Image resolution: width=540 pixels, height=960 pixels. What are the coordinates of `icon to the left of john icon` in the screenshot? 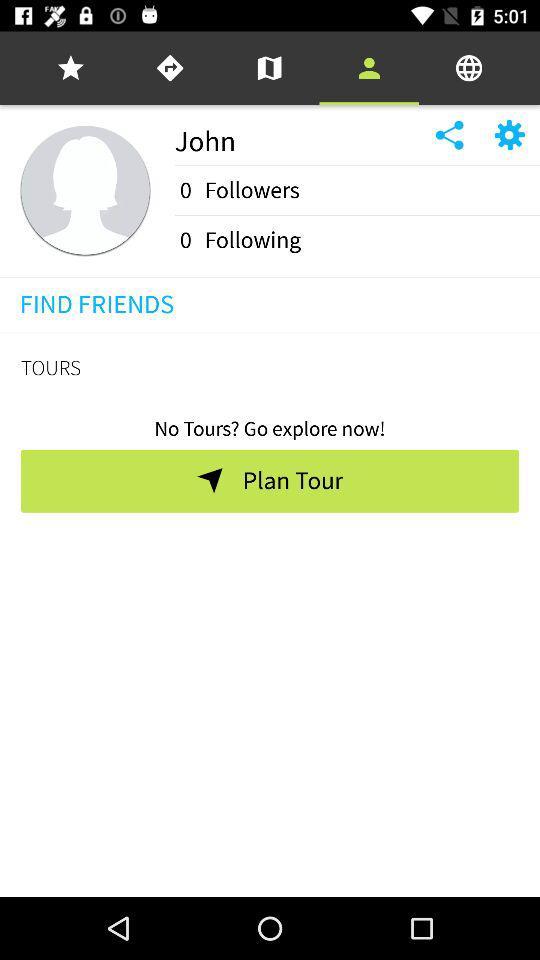 It's located at (84, 190).